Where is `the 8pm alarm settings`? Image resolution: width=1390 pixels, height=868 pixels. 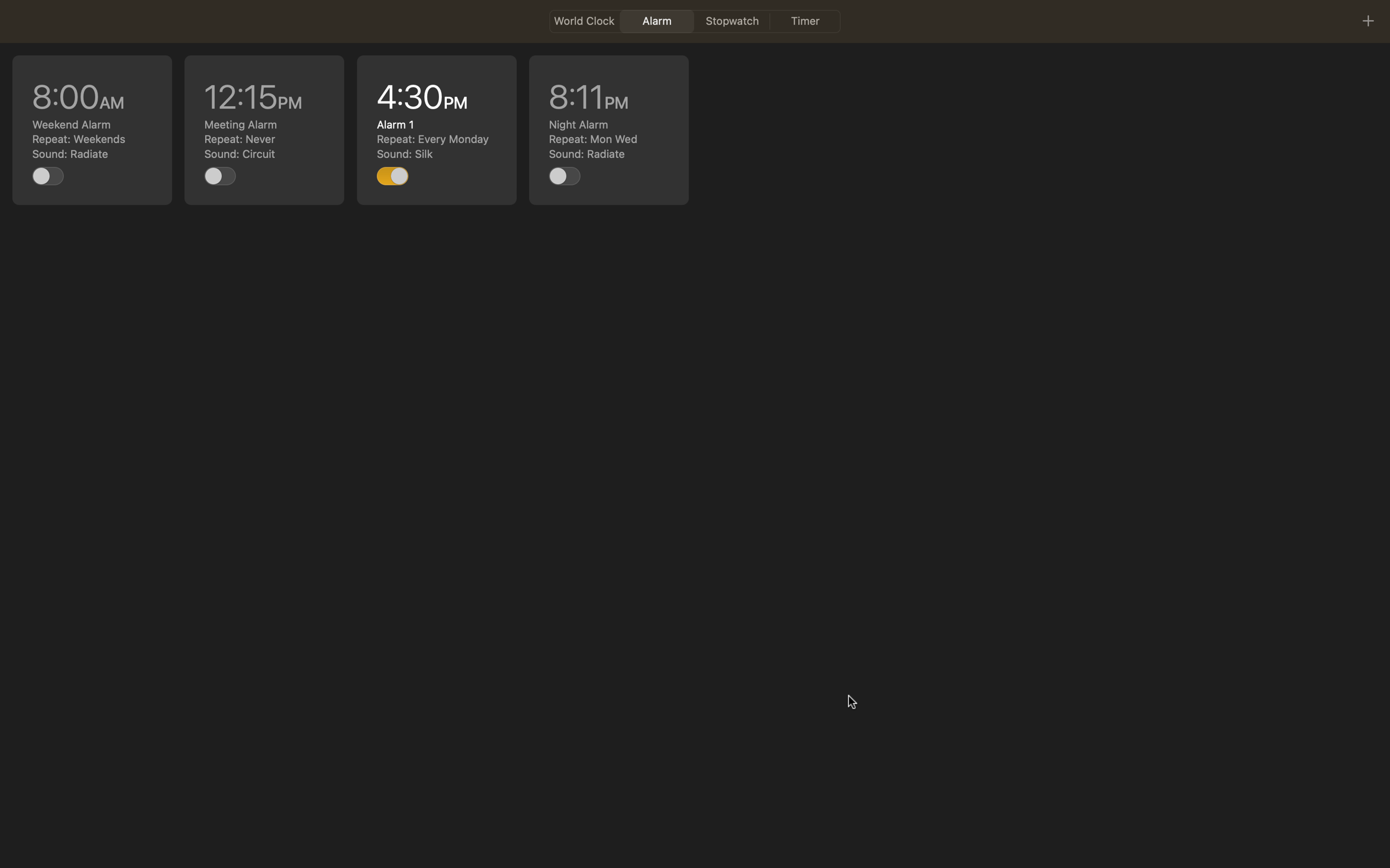
the 8pm alarm settings is located at coordinates (608, 130).